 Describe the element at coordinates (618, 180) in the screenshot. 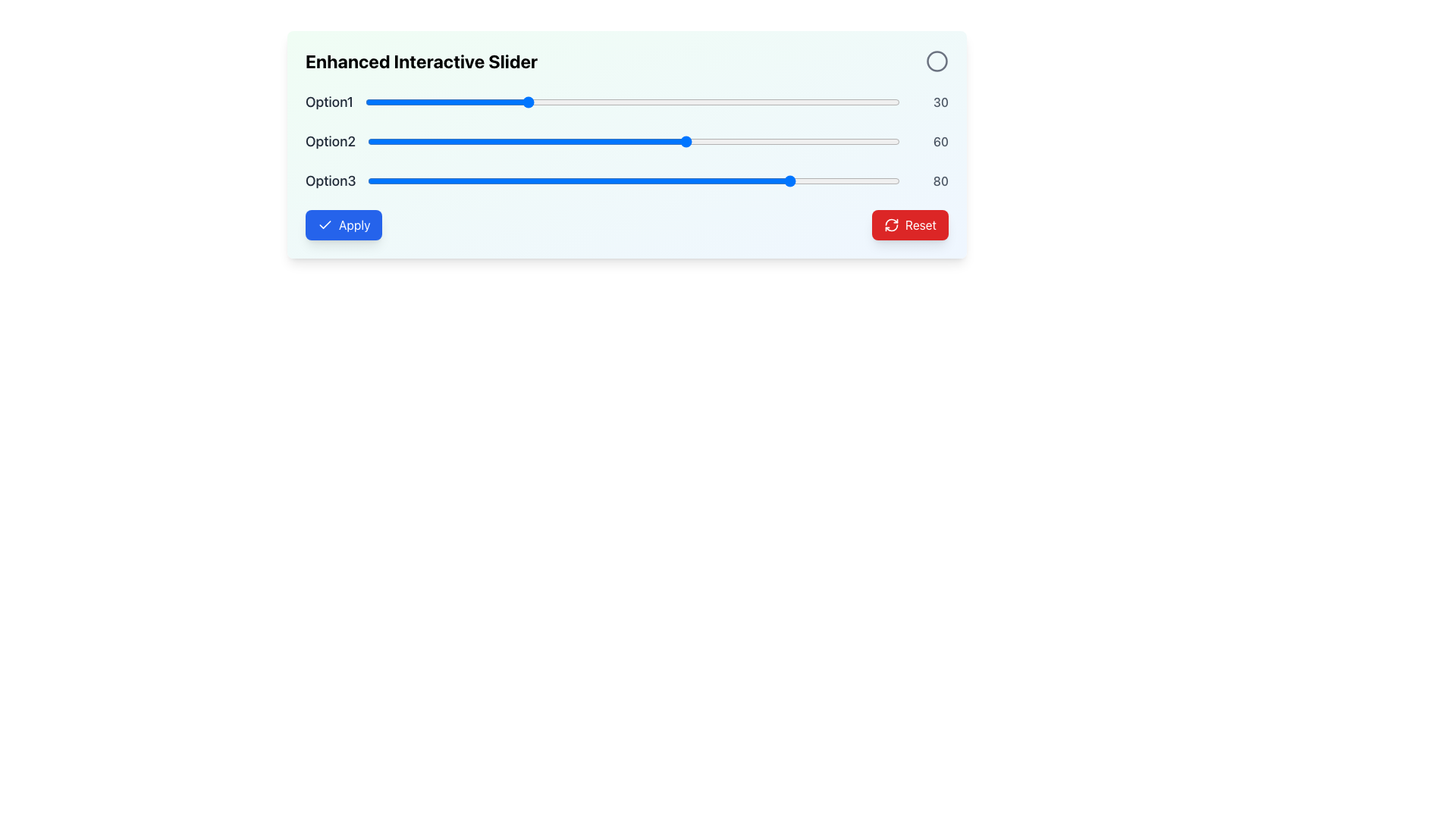

I see `the slider` at that location.